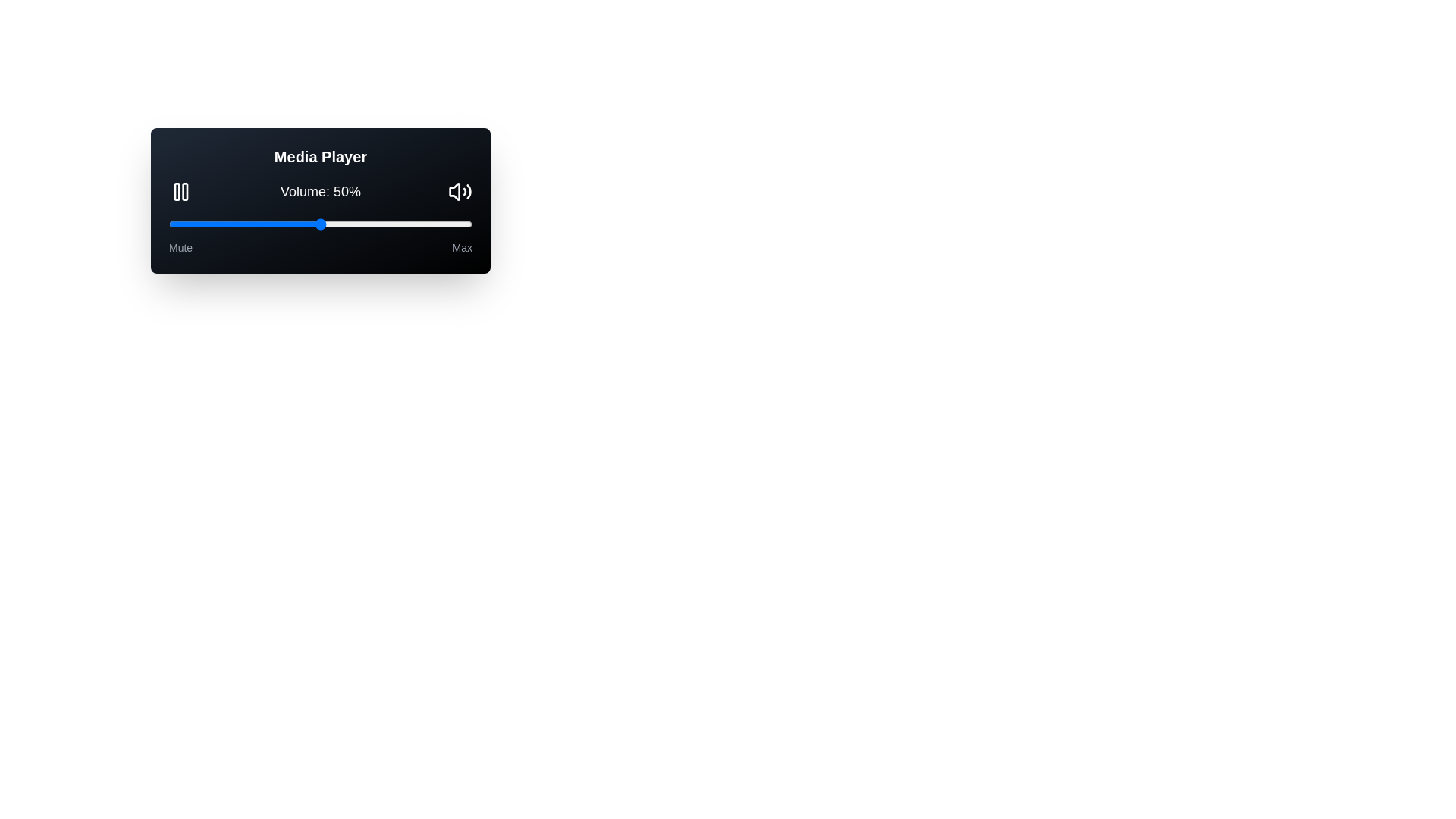 The image size is (1456, 819). What do you see at coordinates (469, 224) in the screenshot?
I see `the volume by setting the slider to 99%` at bounding box center [469, 224].